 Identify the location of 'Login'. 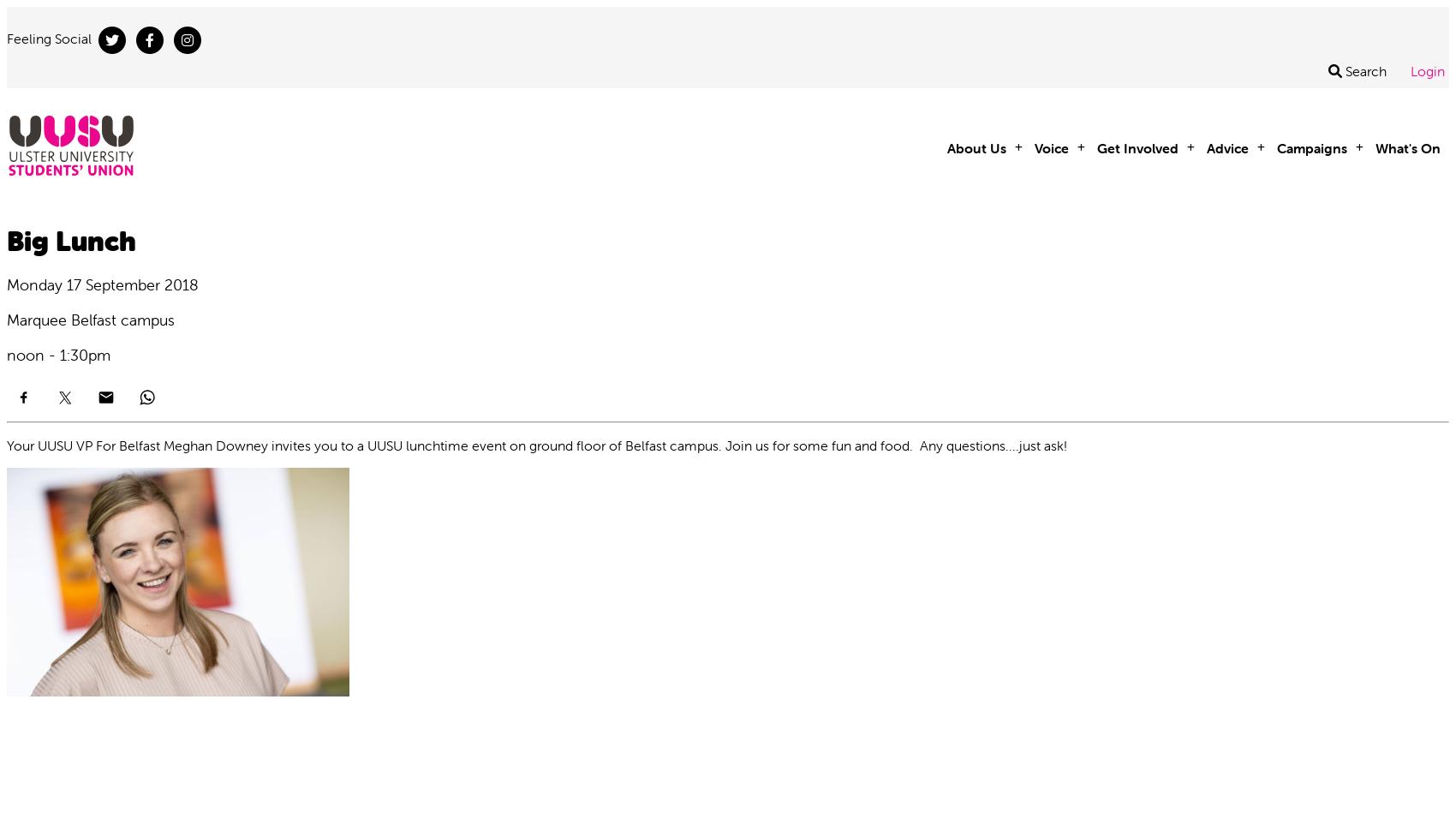
(1409, 71).